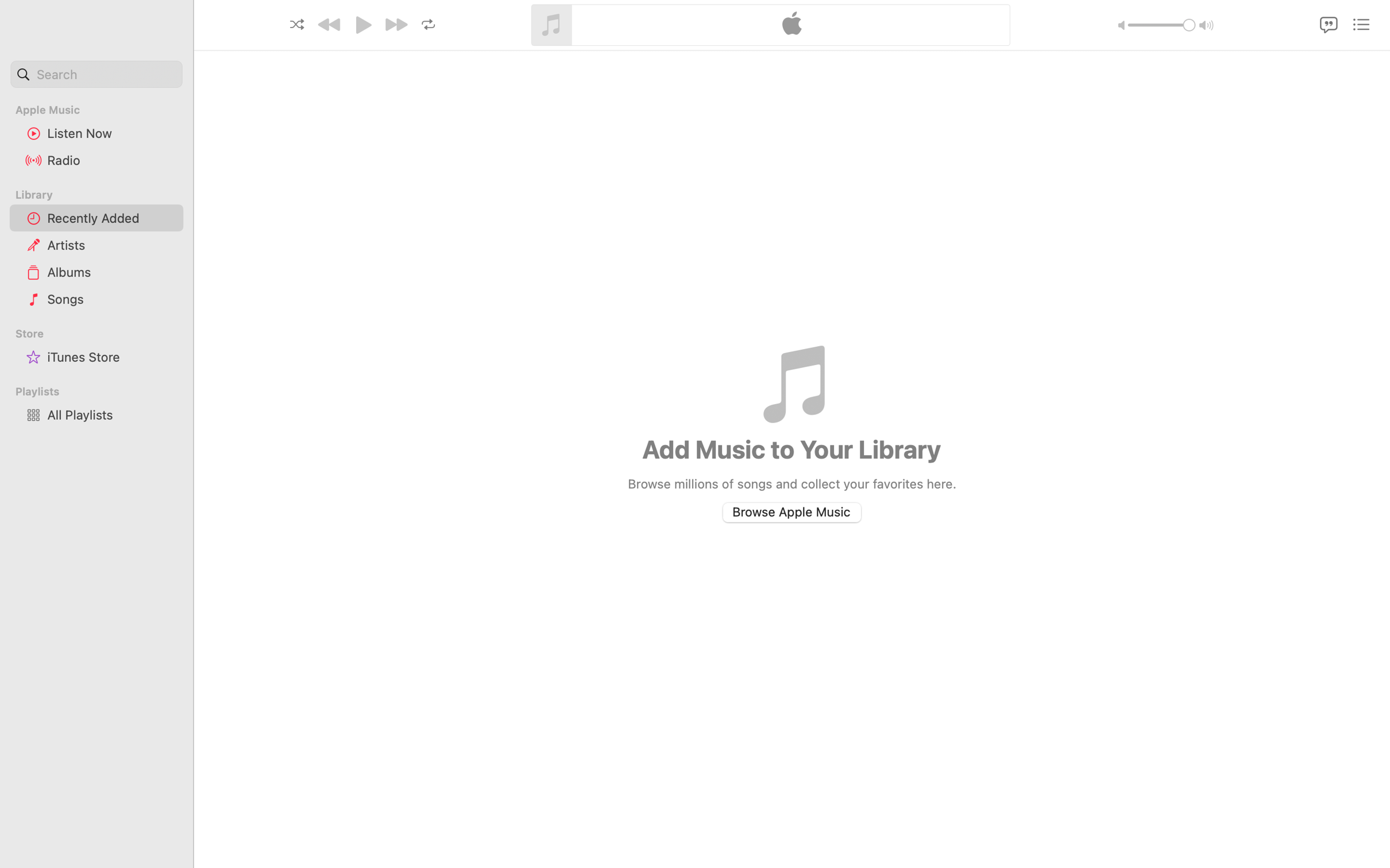 The width and height of the screenshot is (1390, 868). I want to click on 'Radio', so click(110, 160).